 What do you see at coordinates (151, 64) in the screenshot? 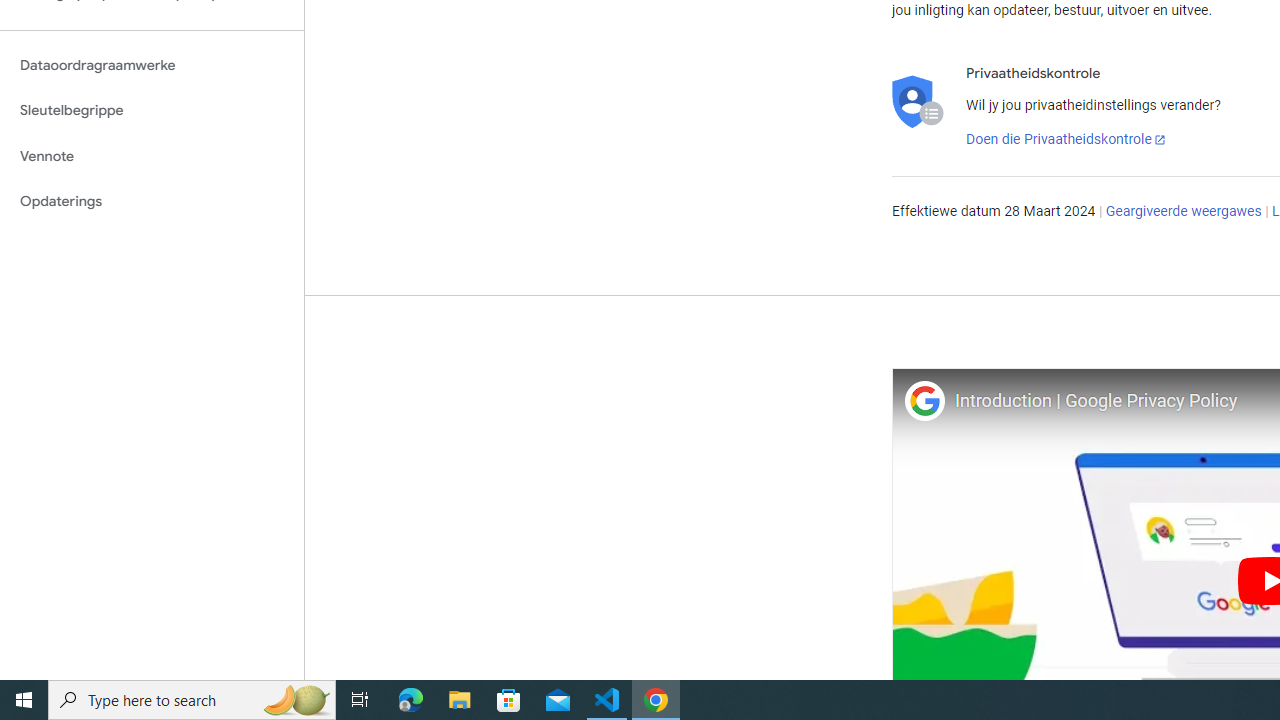
I see `'Dataoordragraamwerke'` at bounding box center [151, 64].